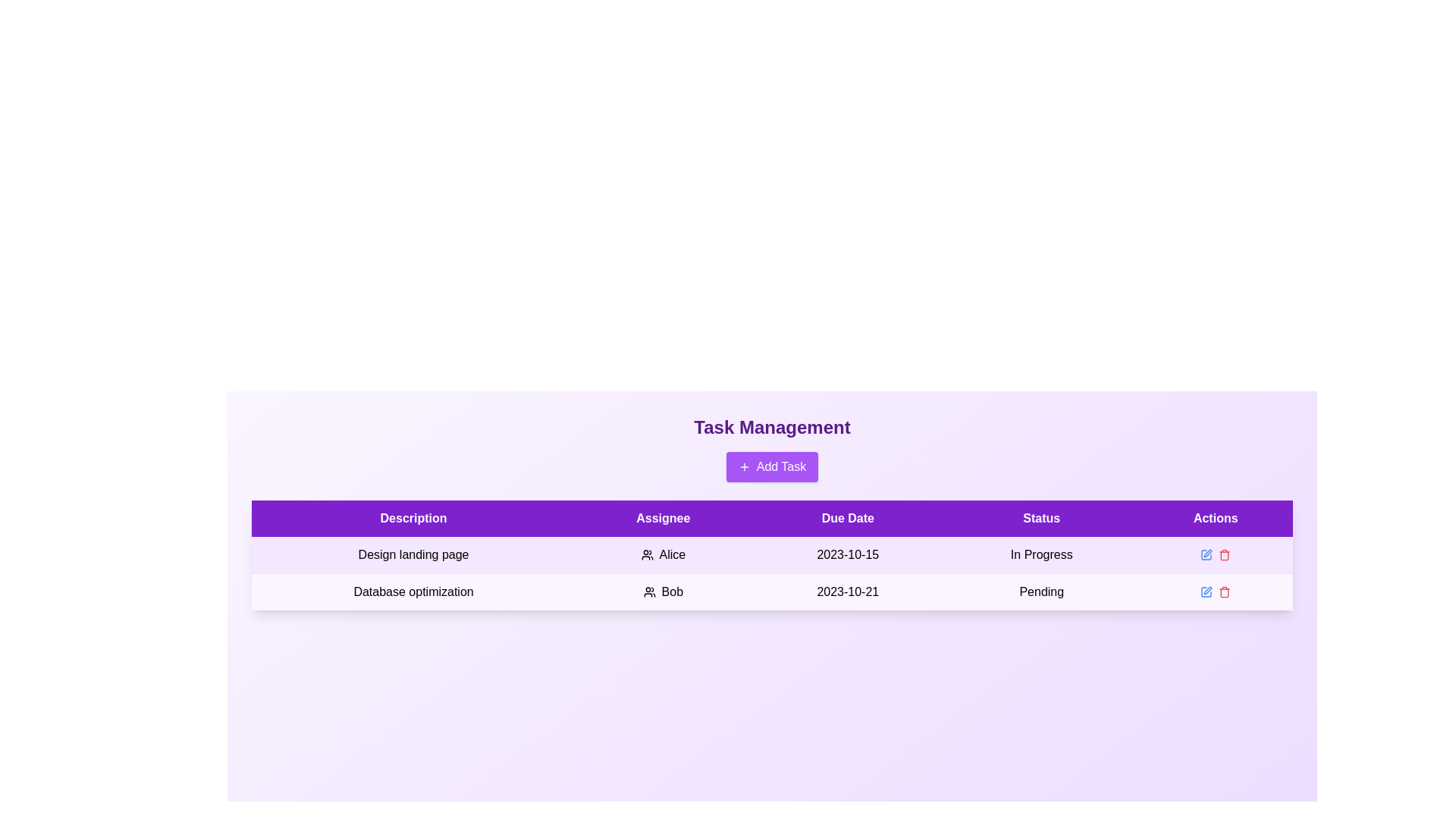  I want to click on the delete icon button, which is the second and rightmost element in the 'Actions' column for the first row in the table, to change its shade, so click(1225, 555).